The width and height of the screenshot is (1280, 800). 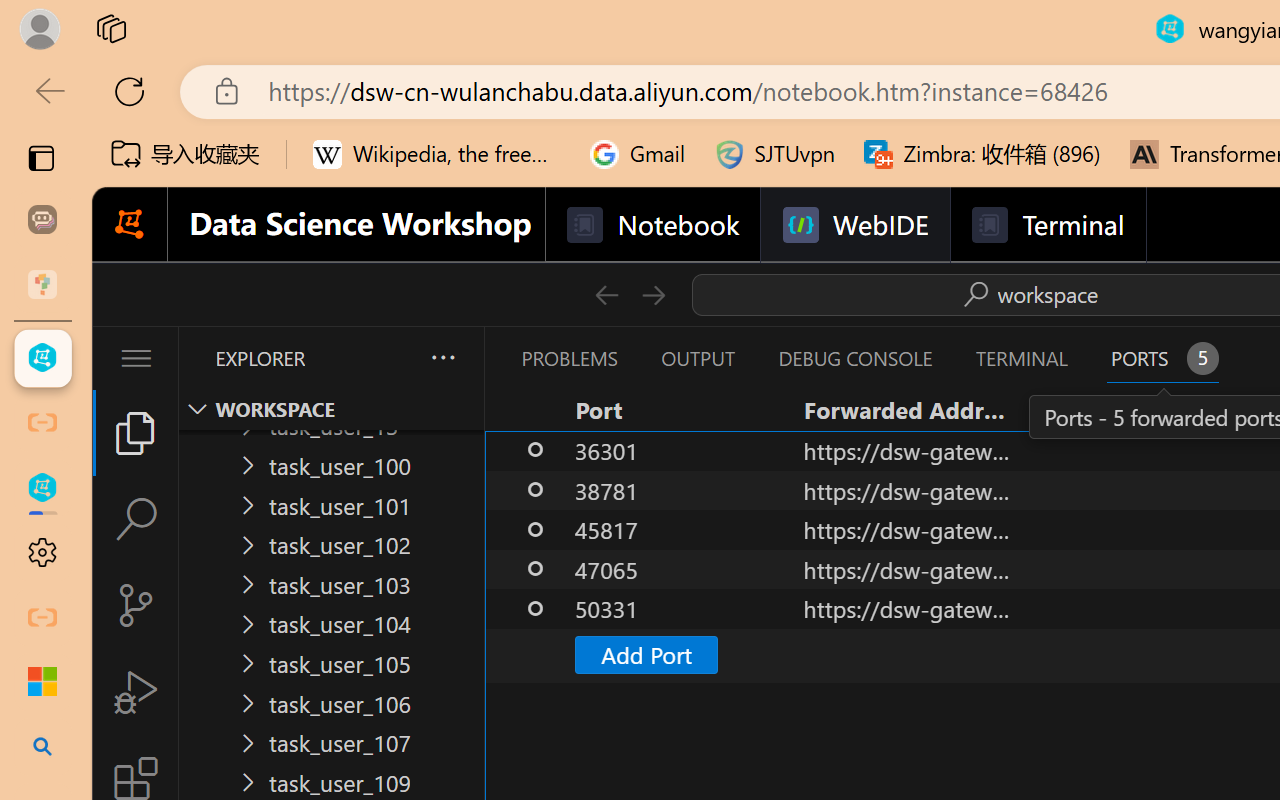 I want to click on 'Terminal', so click(x=1046, y=225).